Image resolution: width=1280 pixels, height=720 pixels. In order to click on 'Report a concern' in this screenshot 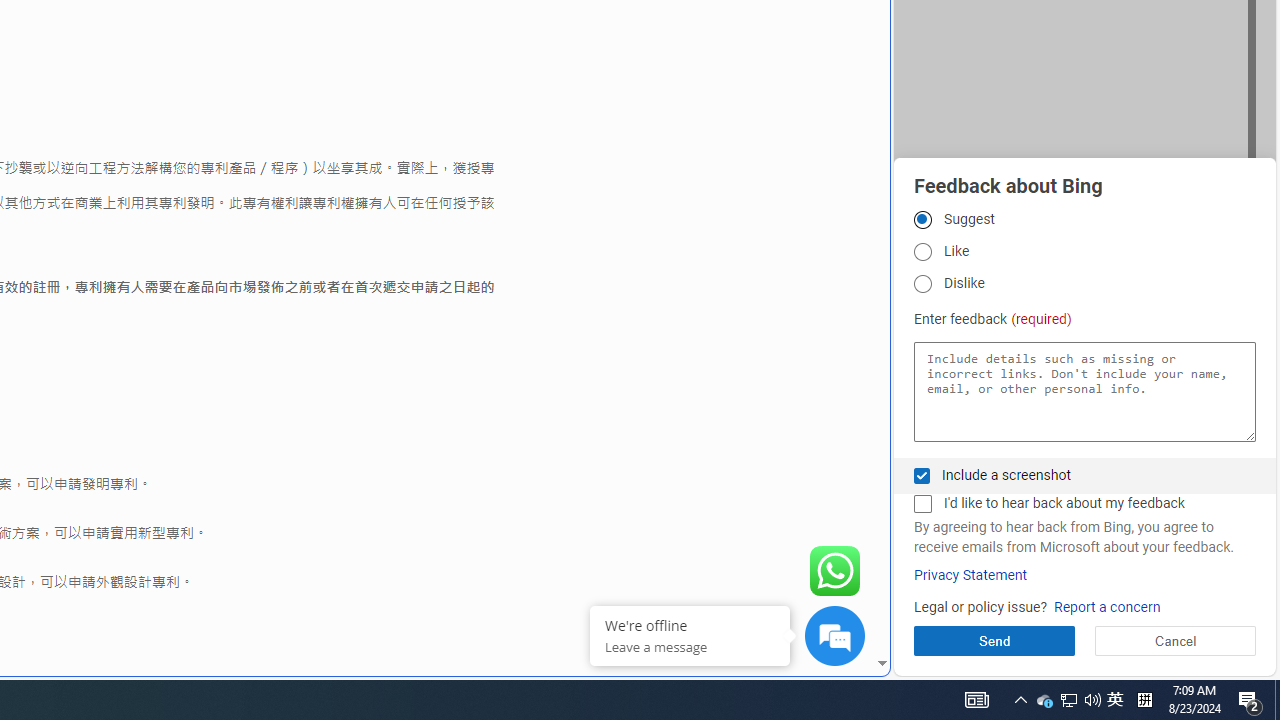, I will do `click(1106, 606)`.